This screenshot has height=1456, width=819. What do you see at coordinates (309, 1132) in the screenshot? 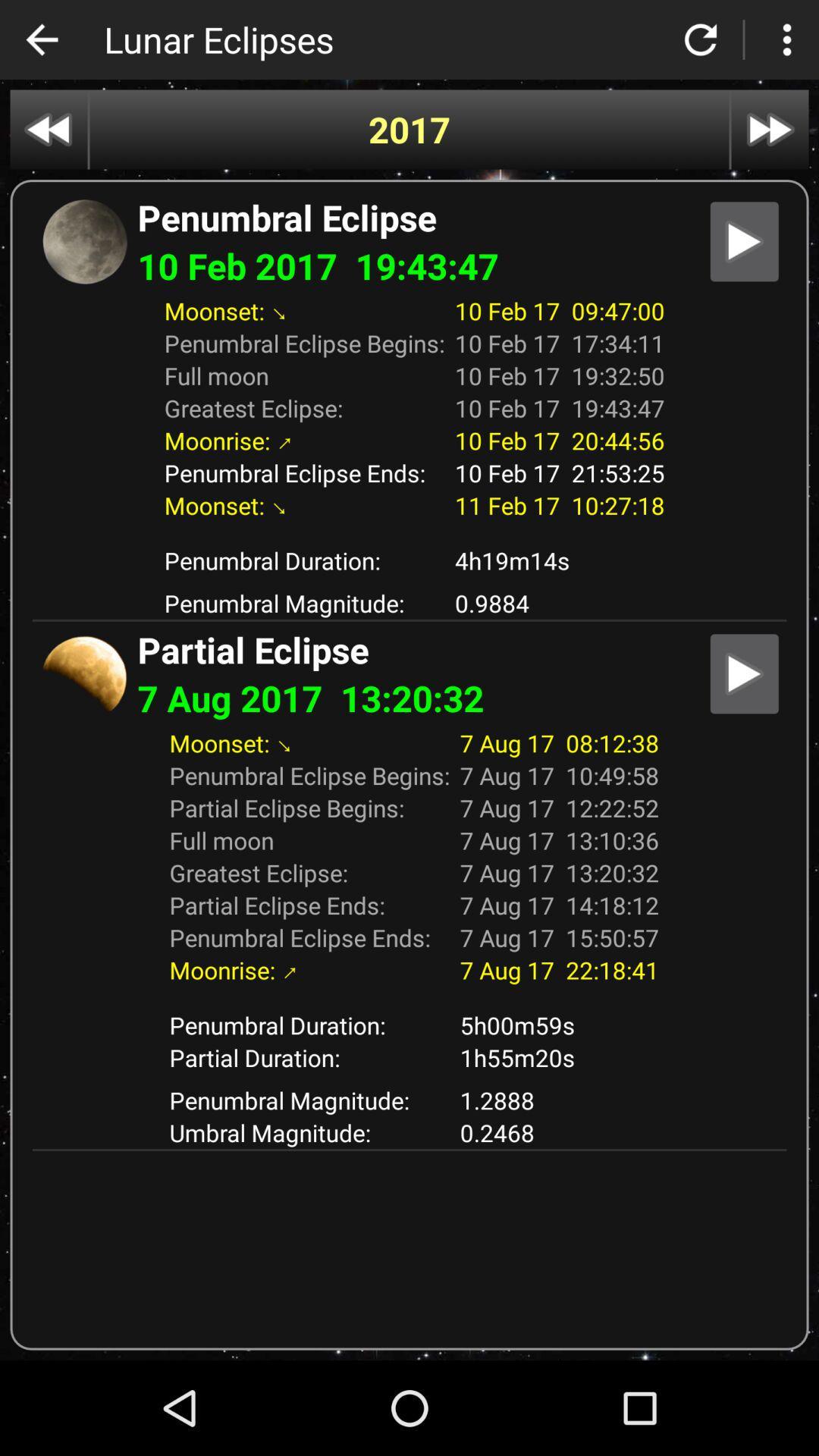
I see `the icon next to 1.2888 icon` at bounding box center [309, 1132].